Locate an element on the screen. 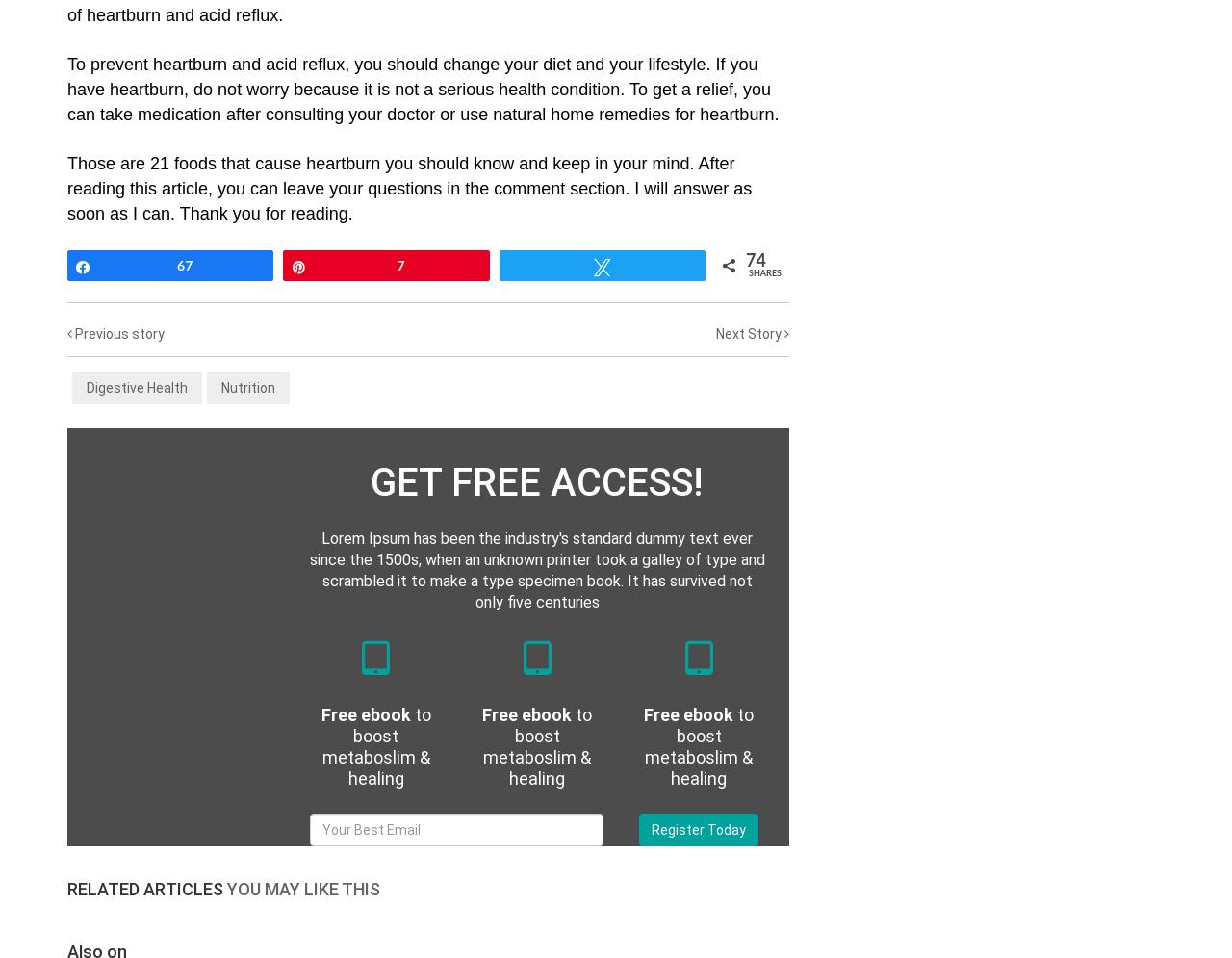 The image size is (1232, 958). 'Lorem Ipsum has been the industry's standard dummy text ever since the 1500s, when an unknown printer took a galley of type and scrambled it to make a type specimen book. It has survived not only five centuries' is located at coordinates (536, 569).